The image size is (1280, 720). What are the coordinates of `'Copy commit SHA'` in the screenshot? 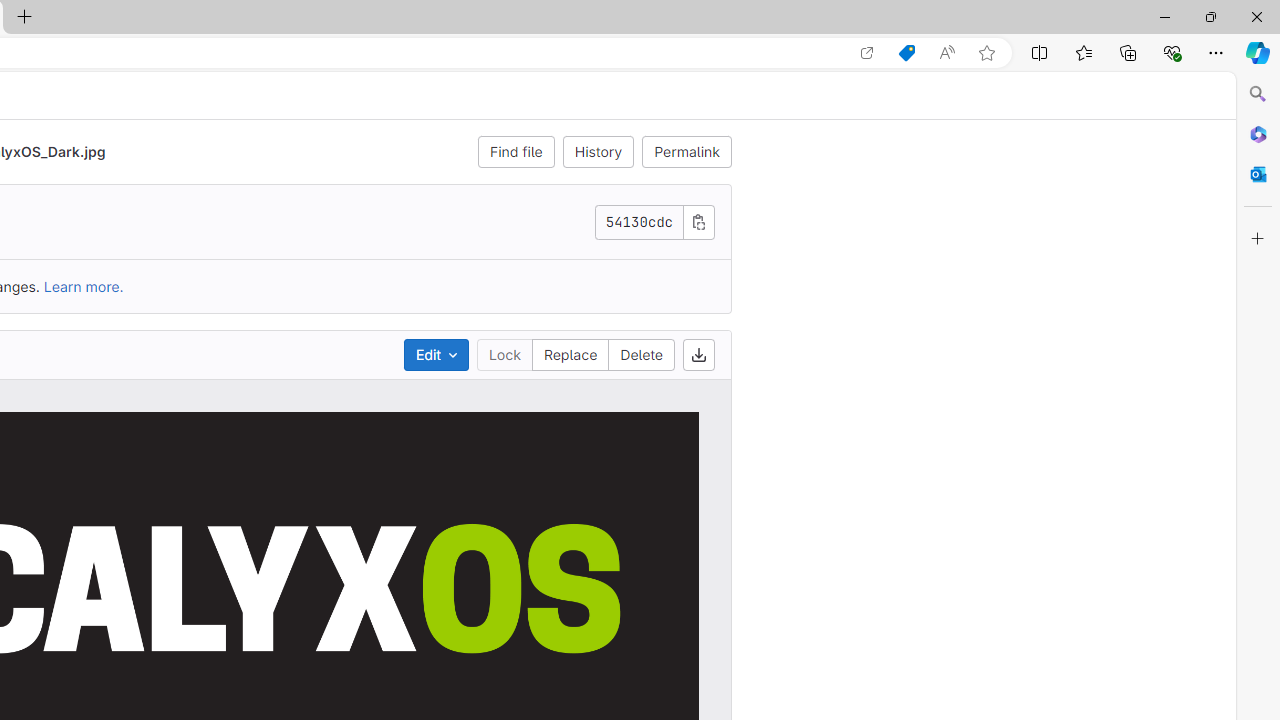 It's located at (699, 221).